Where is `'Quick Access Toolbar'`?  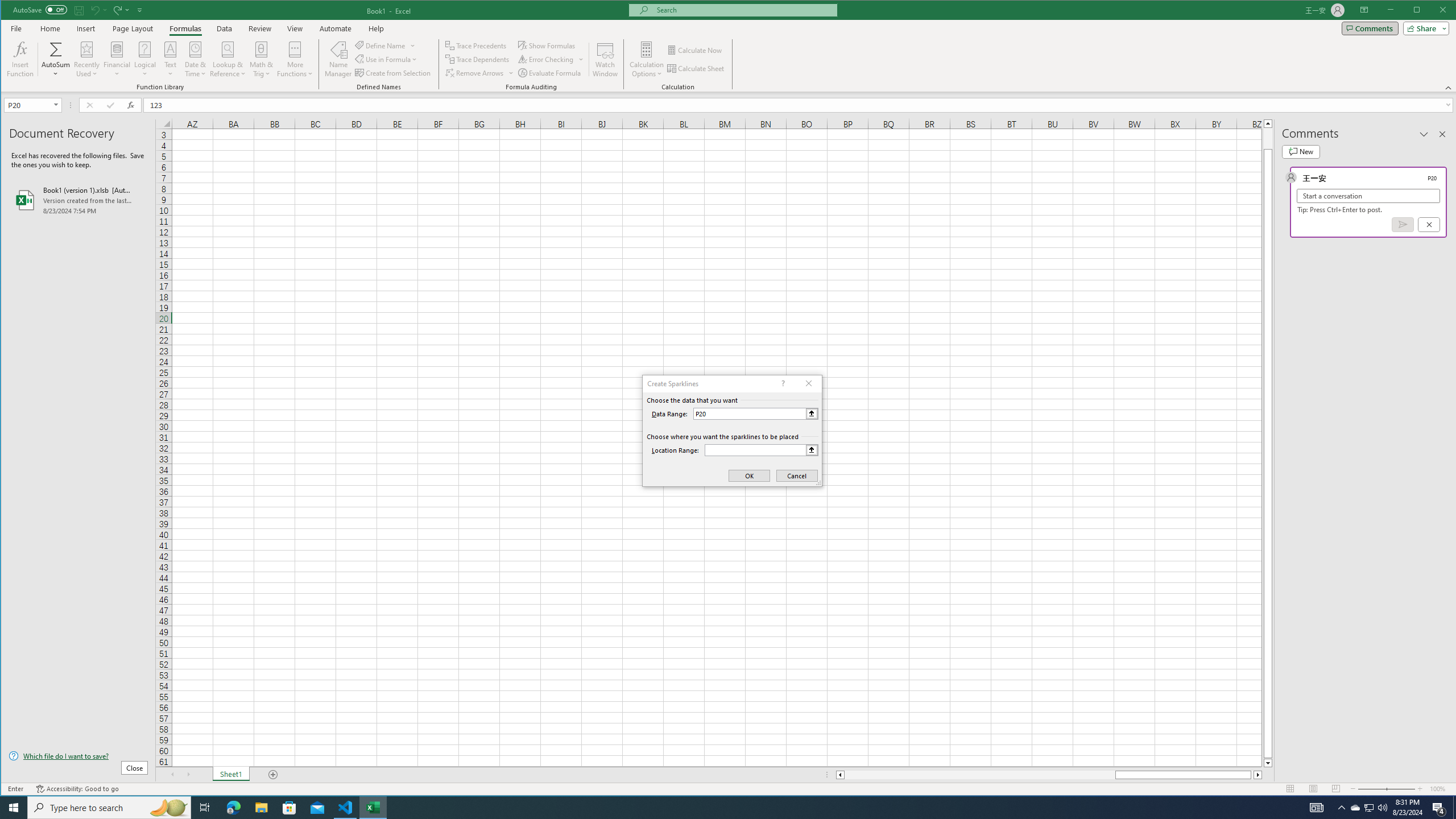 'Quick Access Toolbar' is located at coordinates (78, 10).